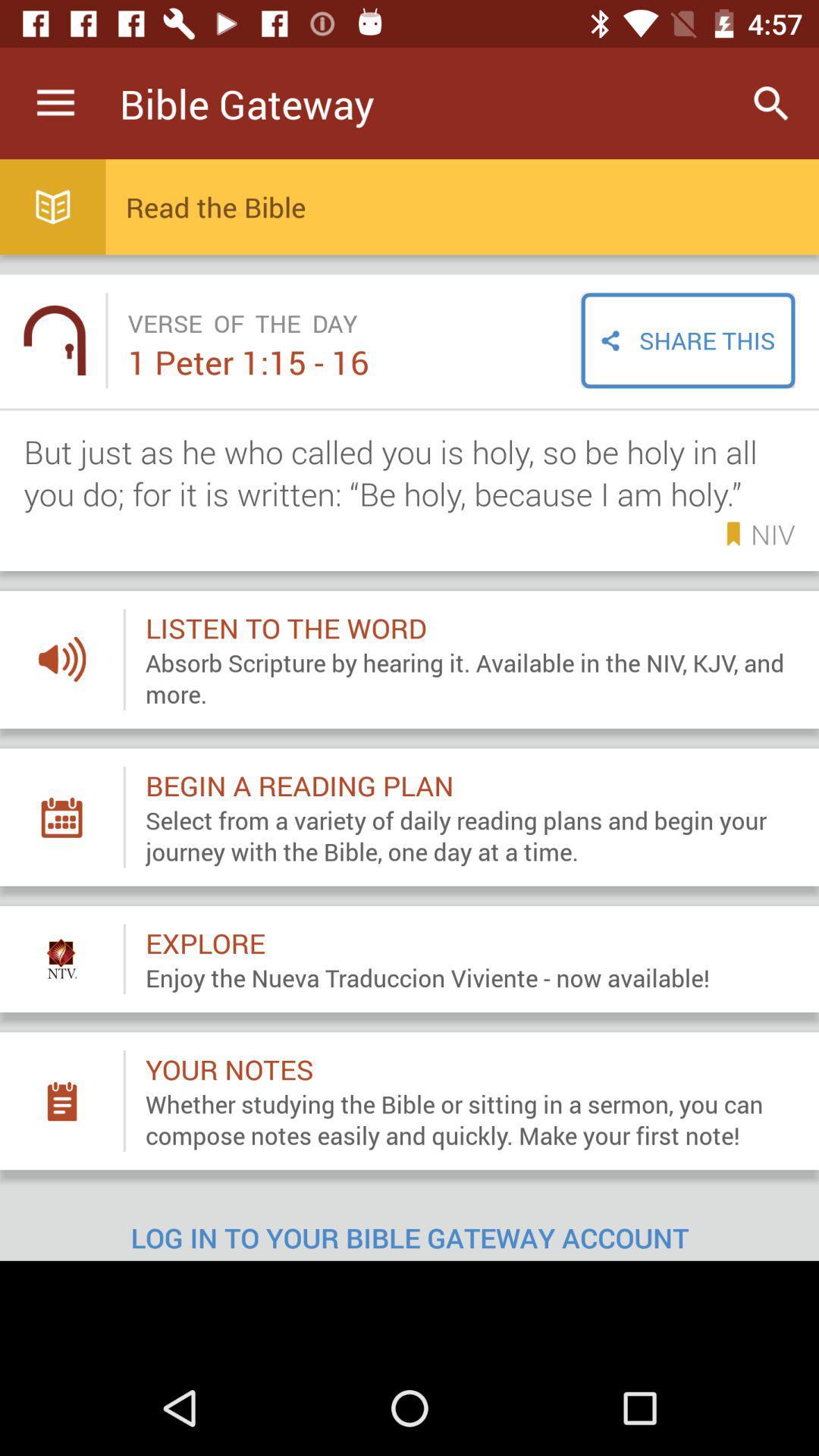 Image resolution: width=819 pixels, height=1456 pixels. Describe the element at coordinates (771, 102) in the screenshot. I see `the item above the read the bible item` at that location.